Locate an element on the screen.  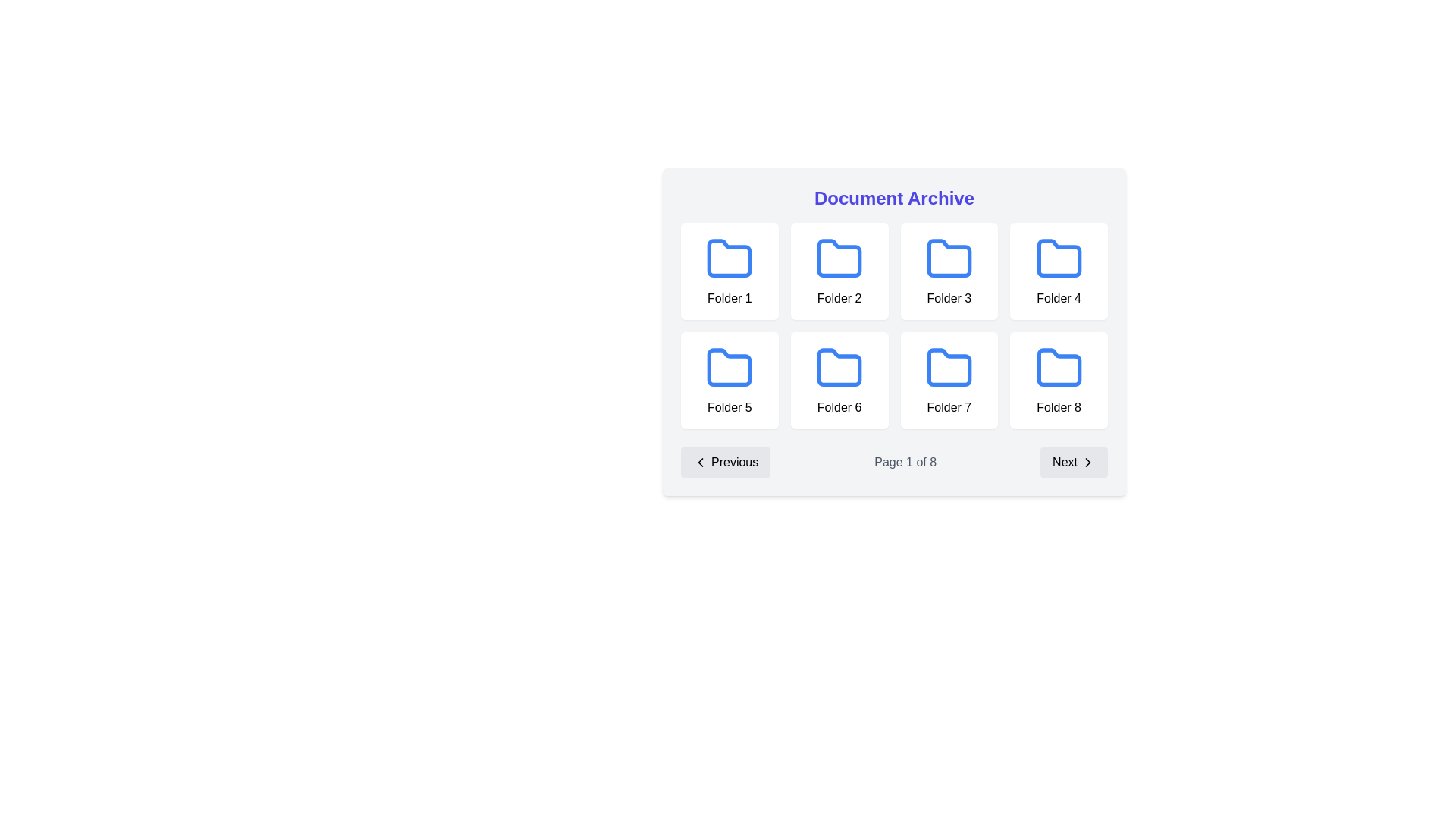
the folder representation element labeled 'Folder 2', which is a rectangular panel with a white background and a blue folder icon, located in the grid layout is located at coordinates (839, 271).